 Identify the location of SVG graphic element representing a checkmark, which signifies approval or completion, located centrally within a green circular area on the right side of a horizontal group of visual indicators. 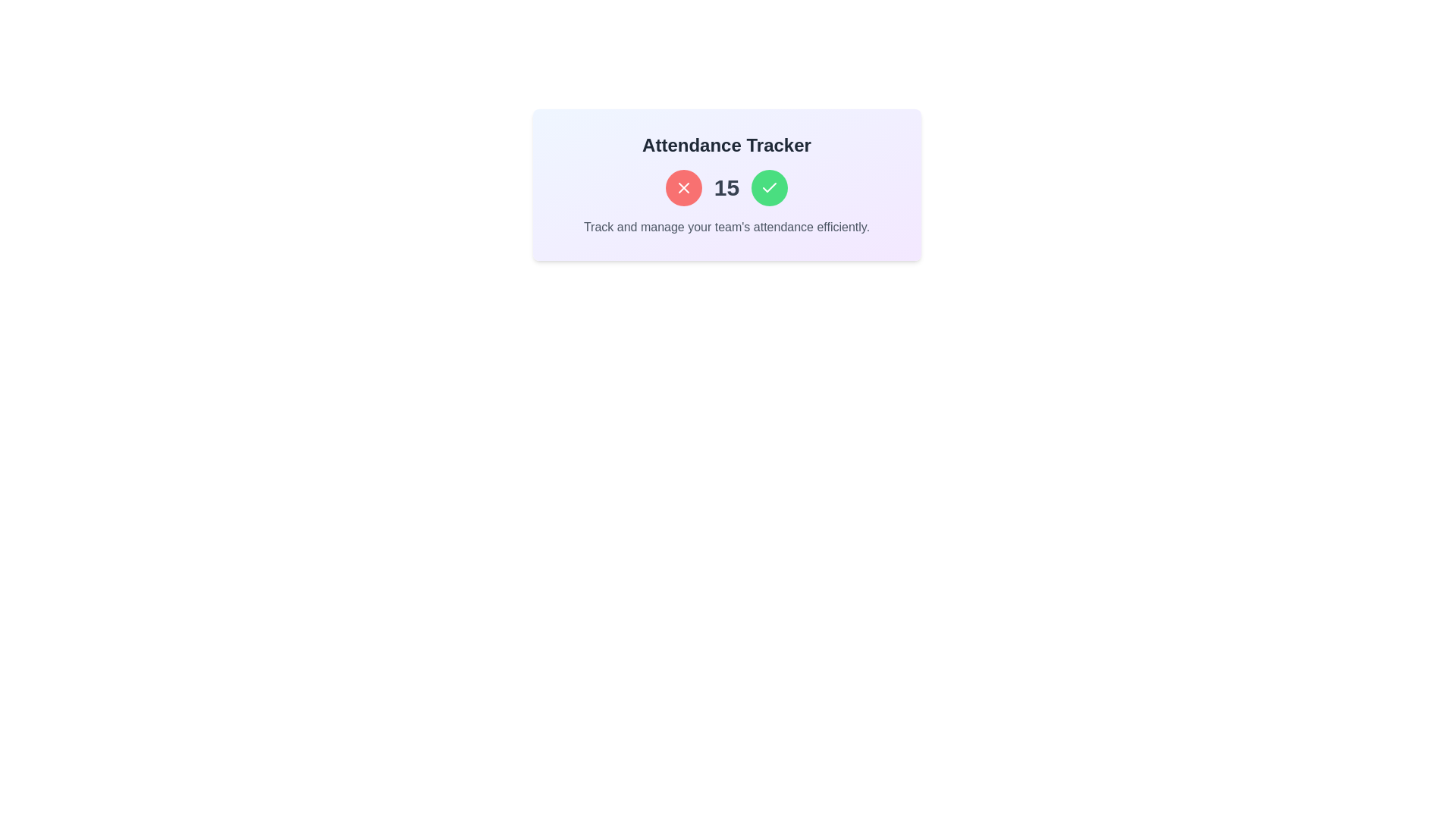
(770, 187).